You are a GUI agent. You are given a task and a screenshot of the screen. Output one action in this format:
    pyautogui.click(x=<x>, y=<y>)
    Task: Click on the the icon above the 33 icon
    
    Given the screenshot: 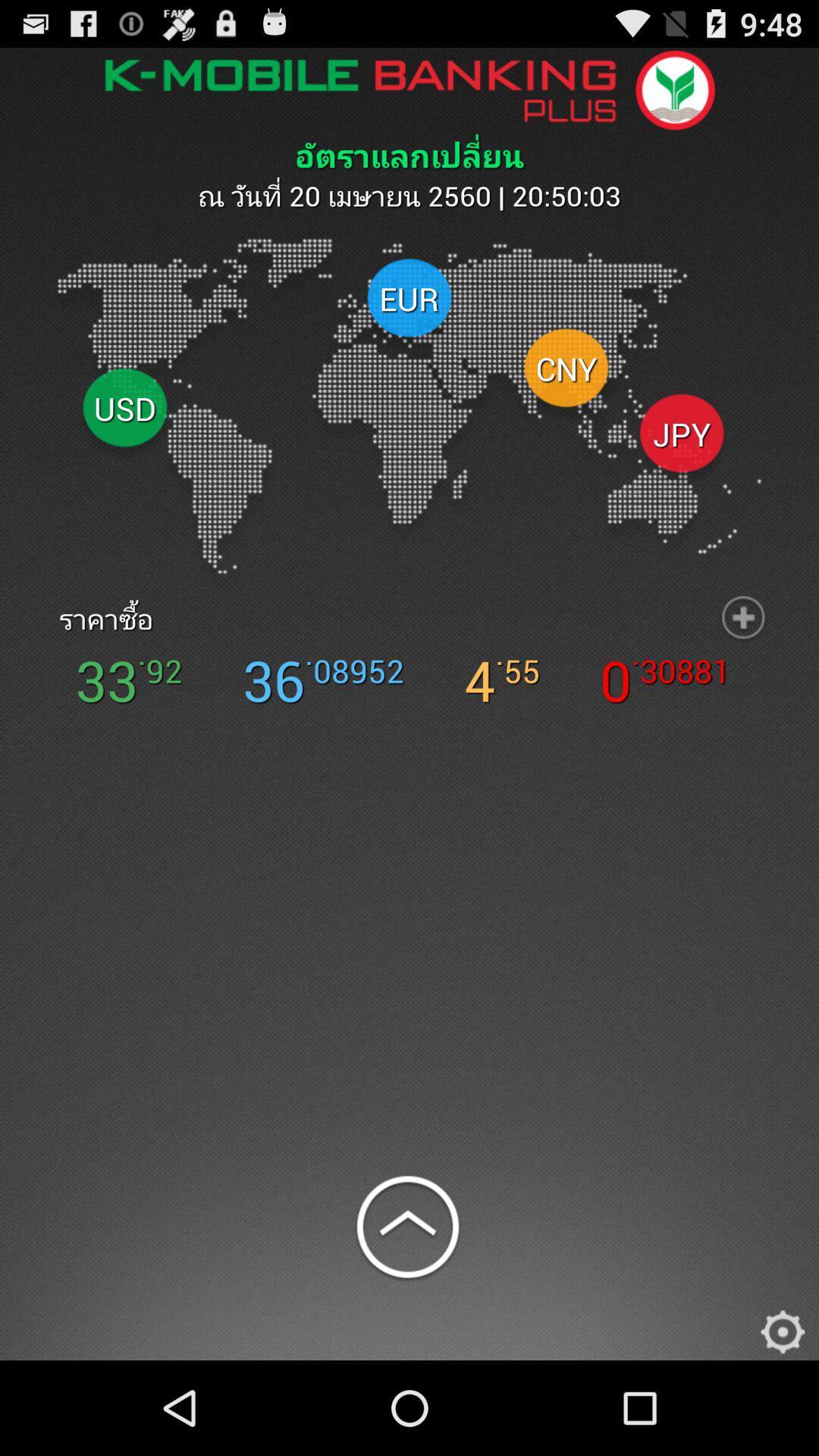 What is the action you would take?
    pyautogui.click(x=97, y=619)
    